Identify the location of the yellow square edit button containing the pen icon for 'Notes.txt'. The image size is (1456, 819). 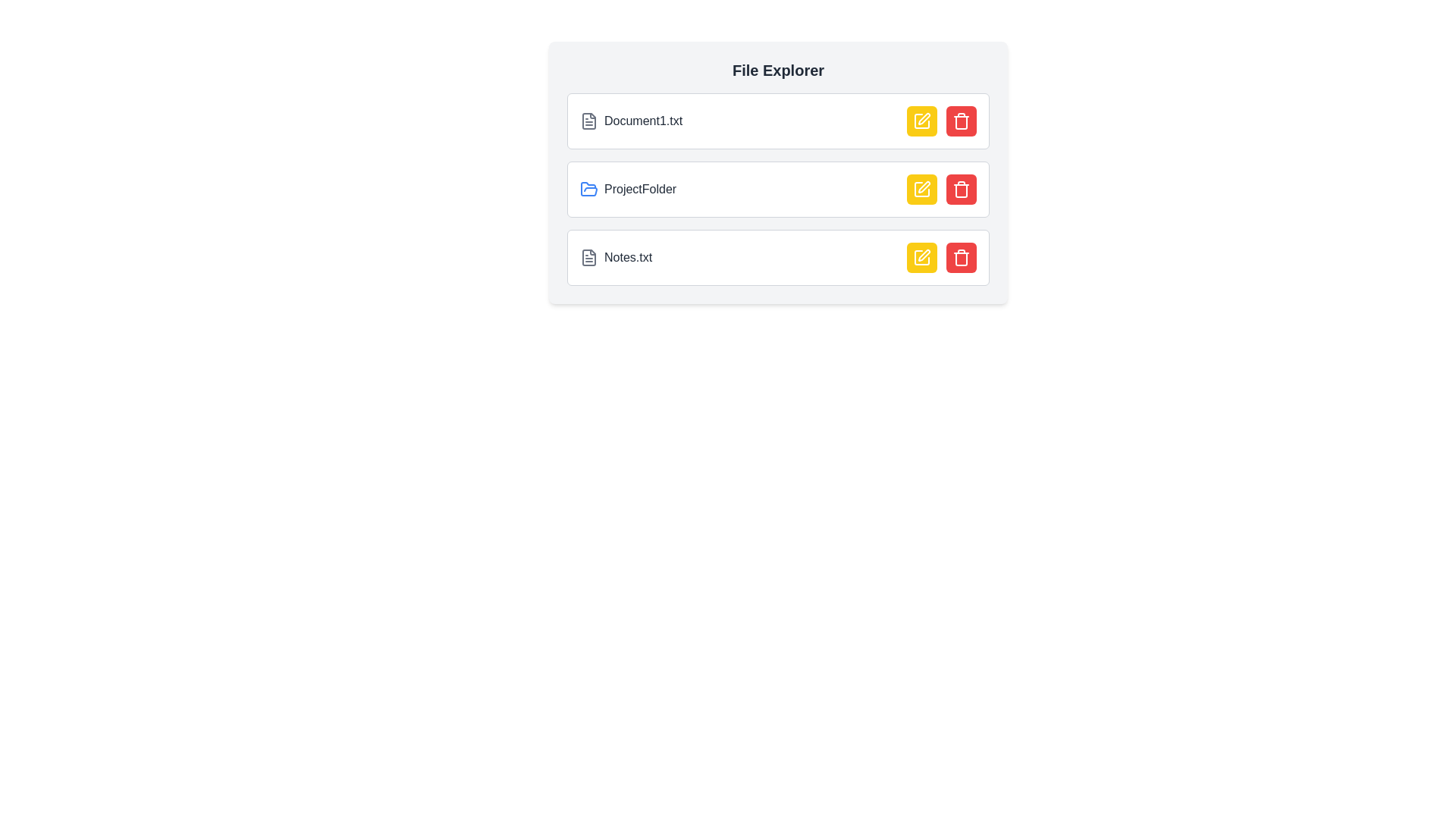
(921, 256).